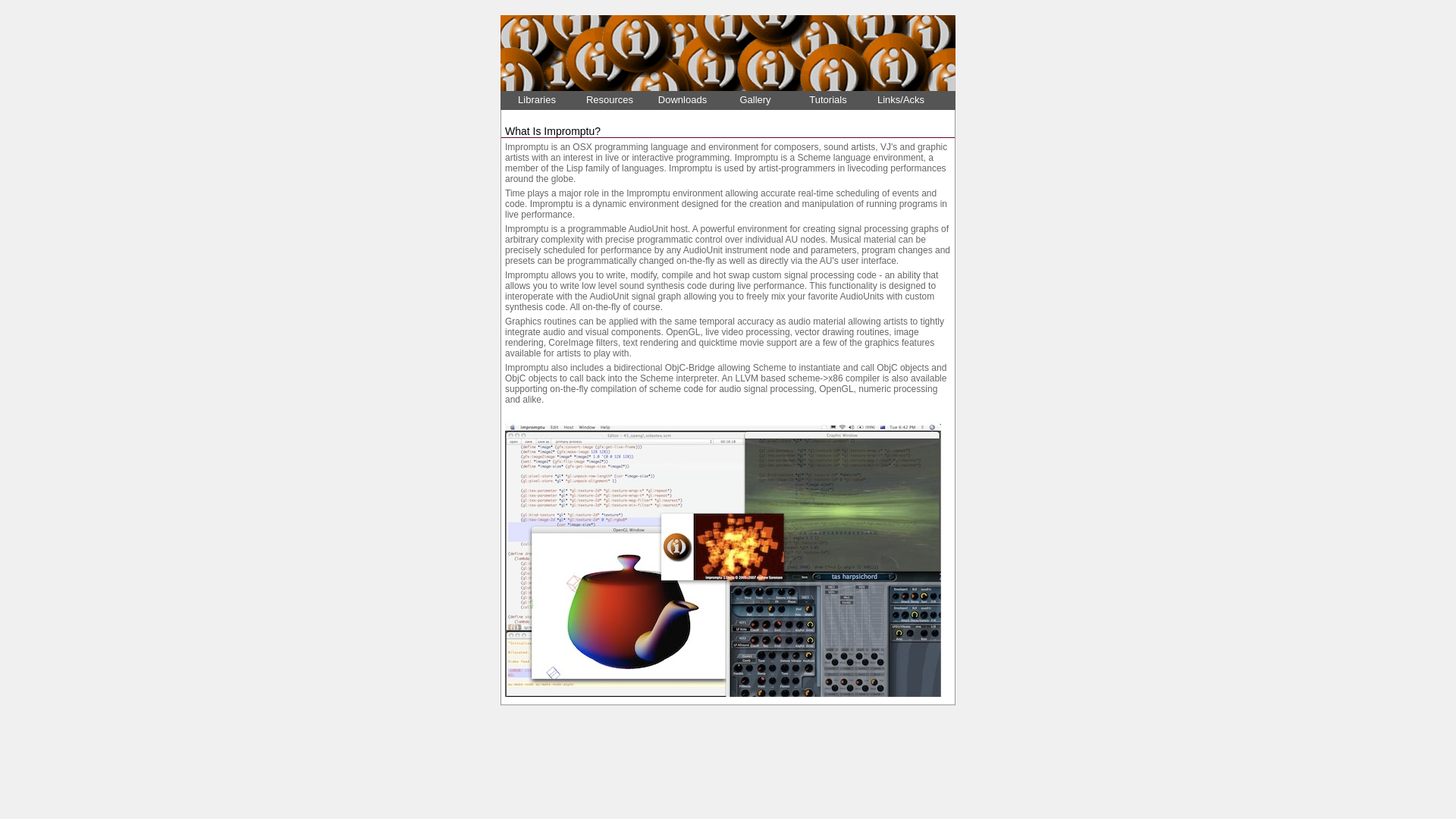  What do you see at coordinates (609, 99) in the screenshot?
I see `'Resources'` at bounding box center [609, 99].